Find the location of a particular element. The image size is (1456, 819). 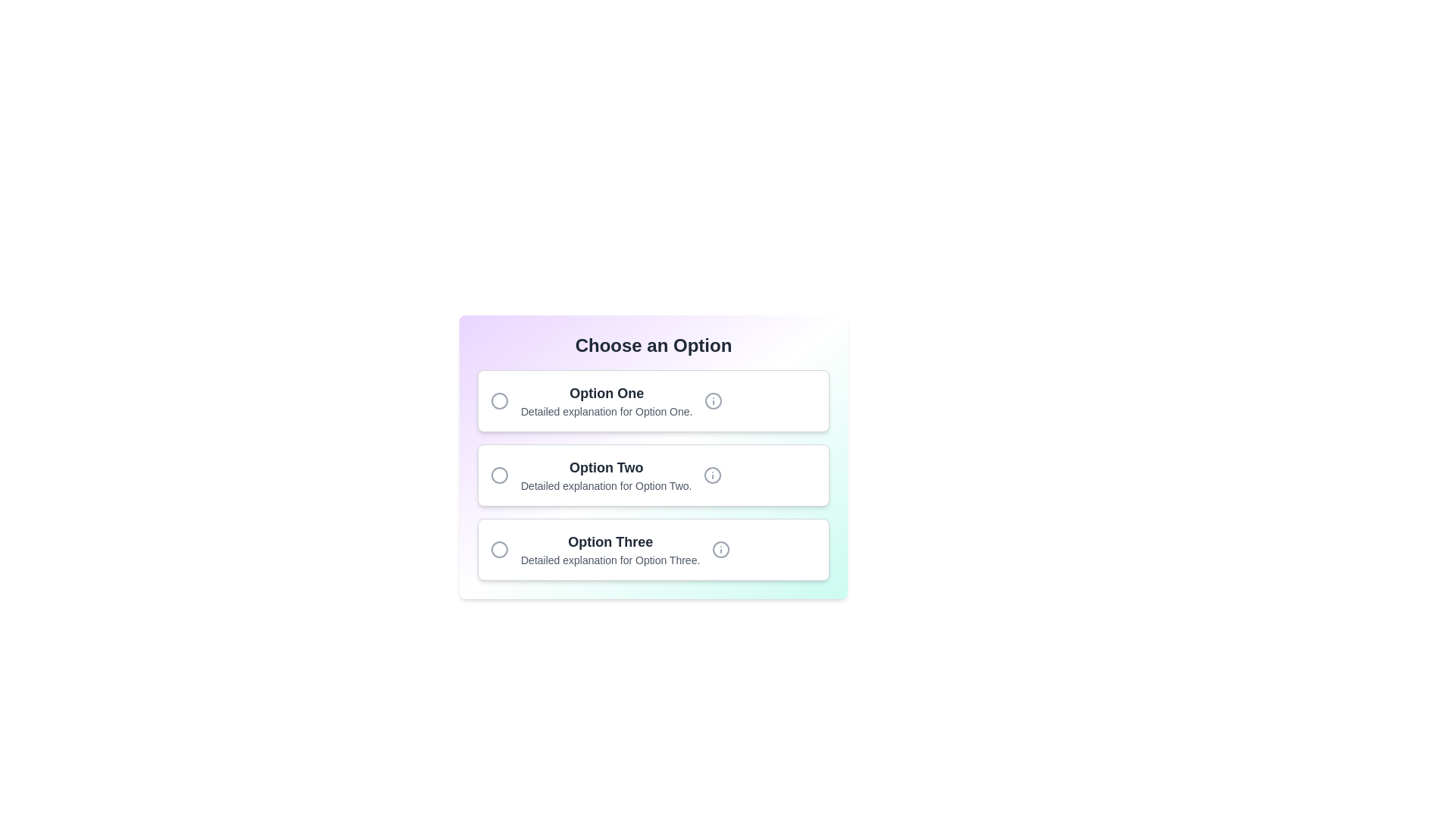

the text description located directly beneath the bold title 'Option Two' in the multi-choice selector interface is located at coordinates (605, 485).